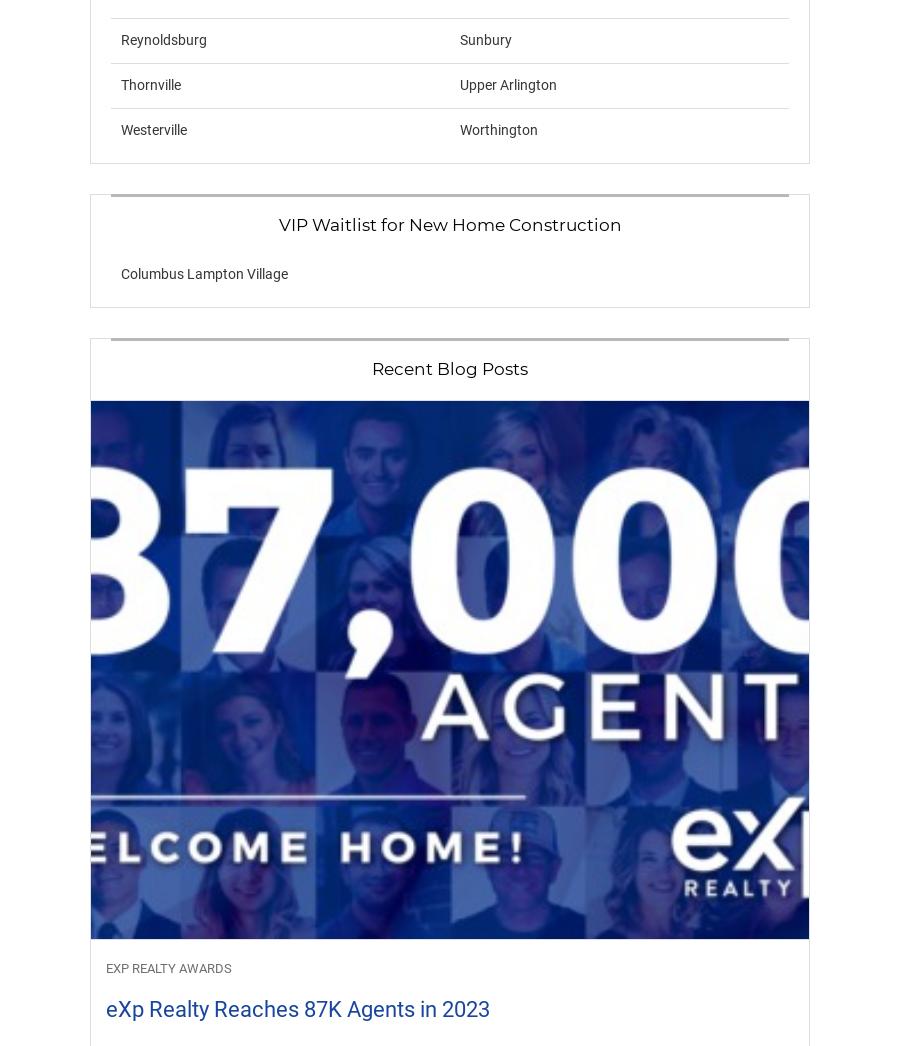  What do you see at coordinates (507, 85) in the screenshot?
I see `'Upper Arlington'` at bounding box center [507, 85].